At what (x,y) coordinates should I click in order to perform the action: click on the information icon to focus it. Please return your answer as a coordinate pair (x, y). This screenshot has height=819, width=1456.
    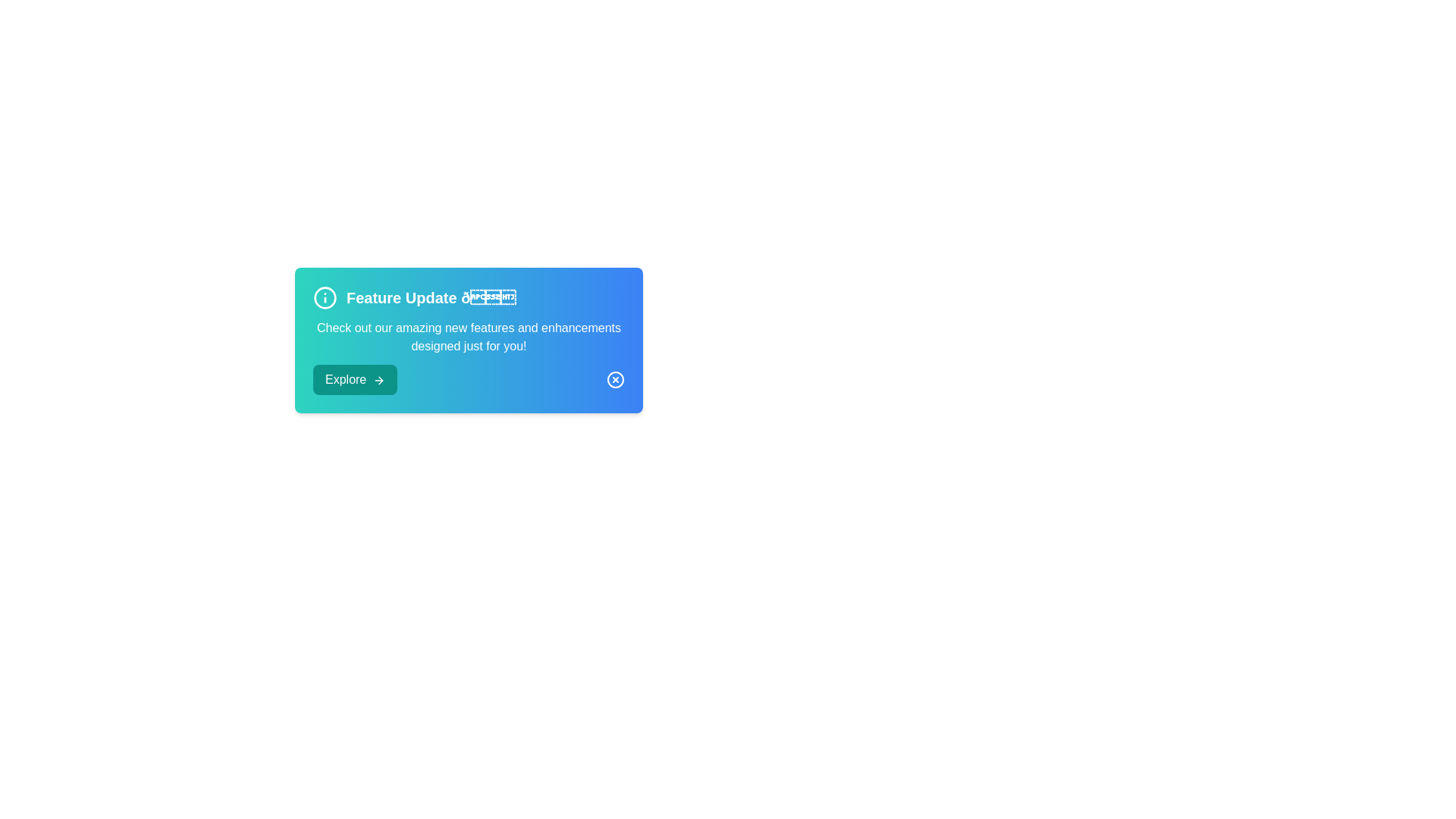
    Looking at the image, I should click on (324, 298).